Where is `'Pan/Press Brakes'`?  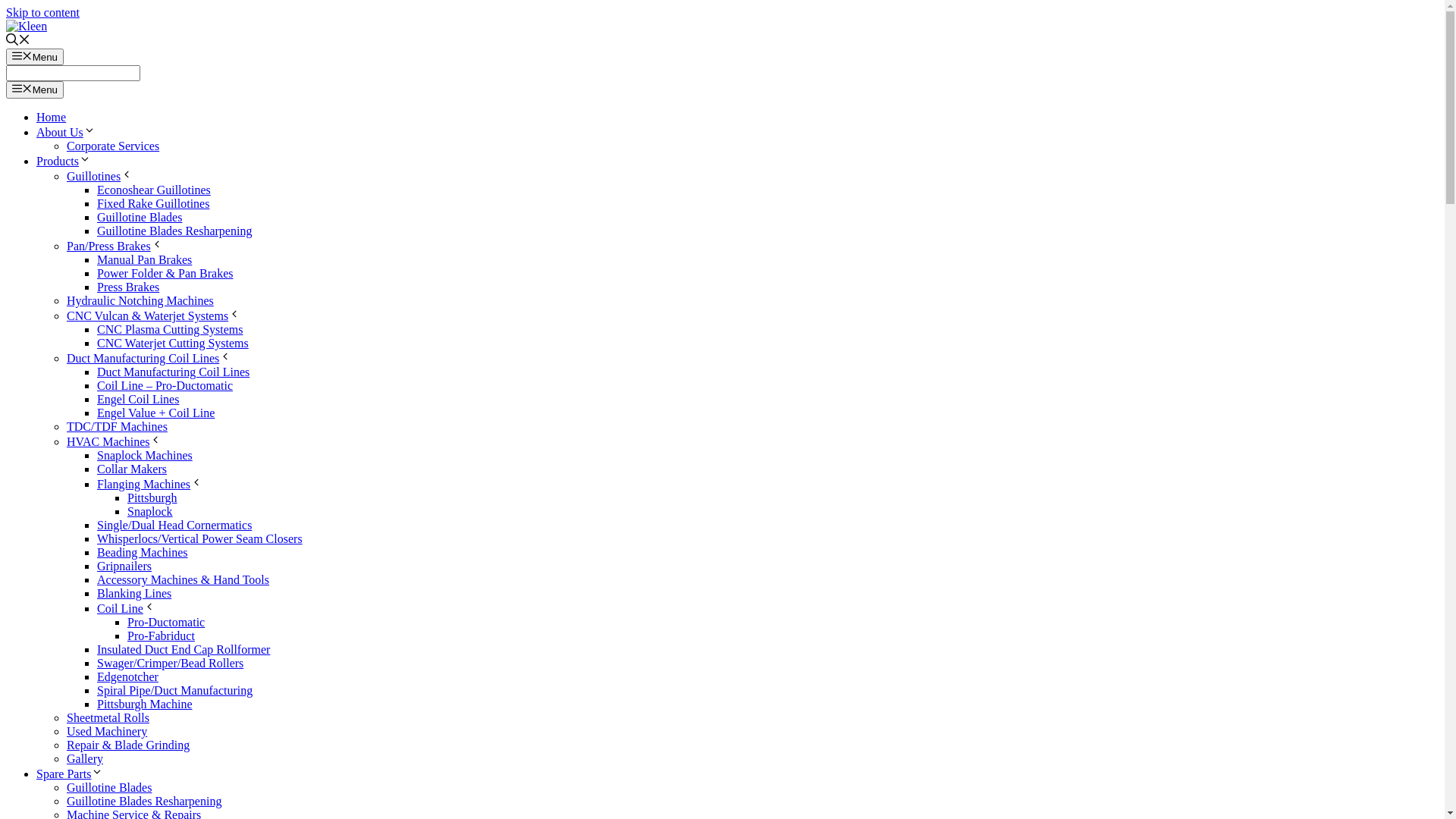 'Pan/Press Brakes' is located at coordinates (114, 245).